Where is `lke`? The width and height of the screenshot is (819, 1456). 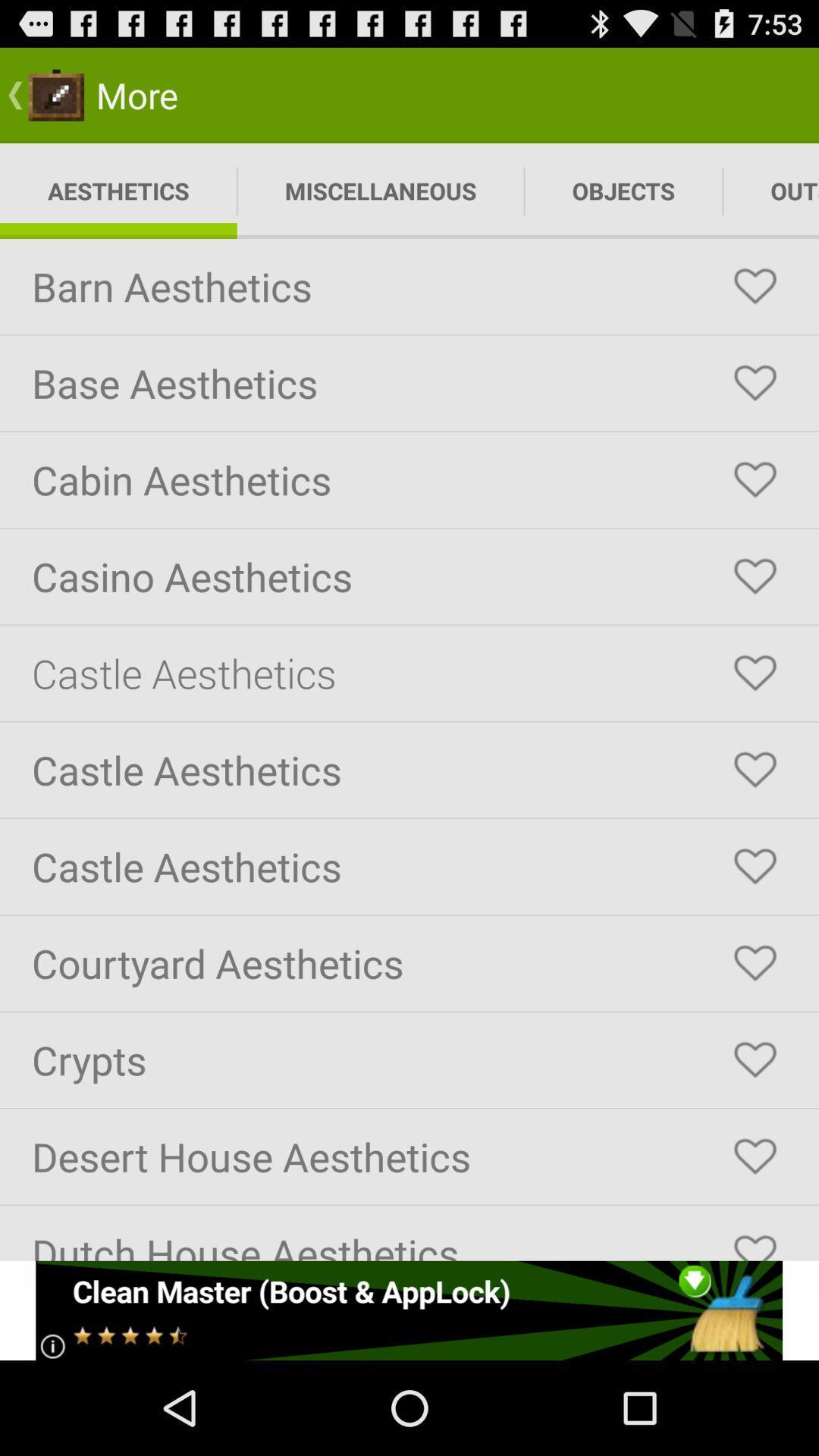
lke is located at coordinates (755, 673).